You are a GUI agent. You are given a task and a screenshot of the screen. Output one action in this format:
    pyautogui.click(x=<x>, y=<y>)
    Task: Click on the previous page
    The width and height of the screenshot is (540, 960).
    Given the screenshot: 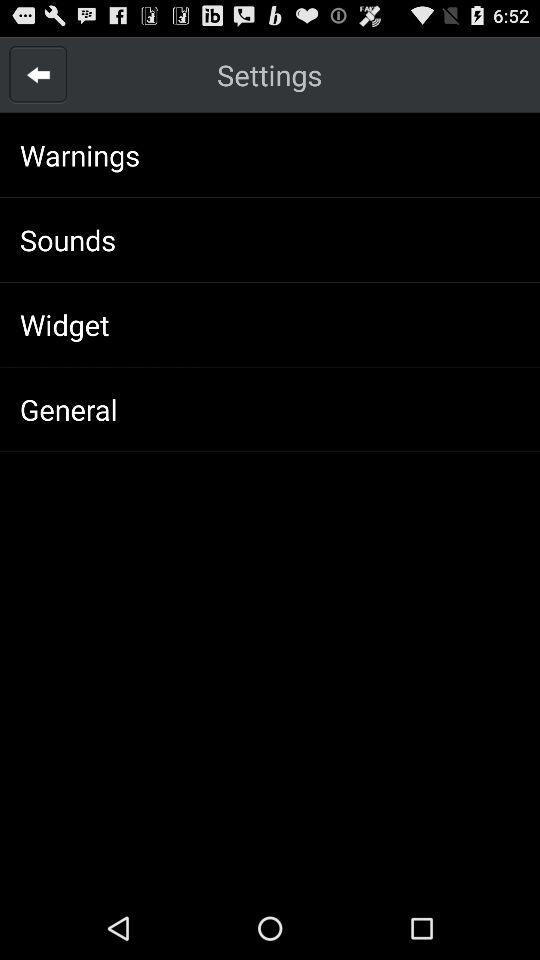 What is the action you would take?
    pyautogui.click(x=38, y=74)
    